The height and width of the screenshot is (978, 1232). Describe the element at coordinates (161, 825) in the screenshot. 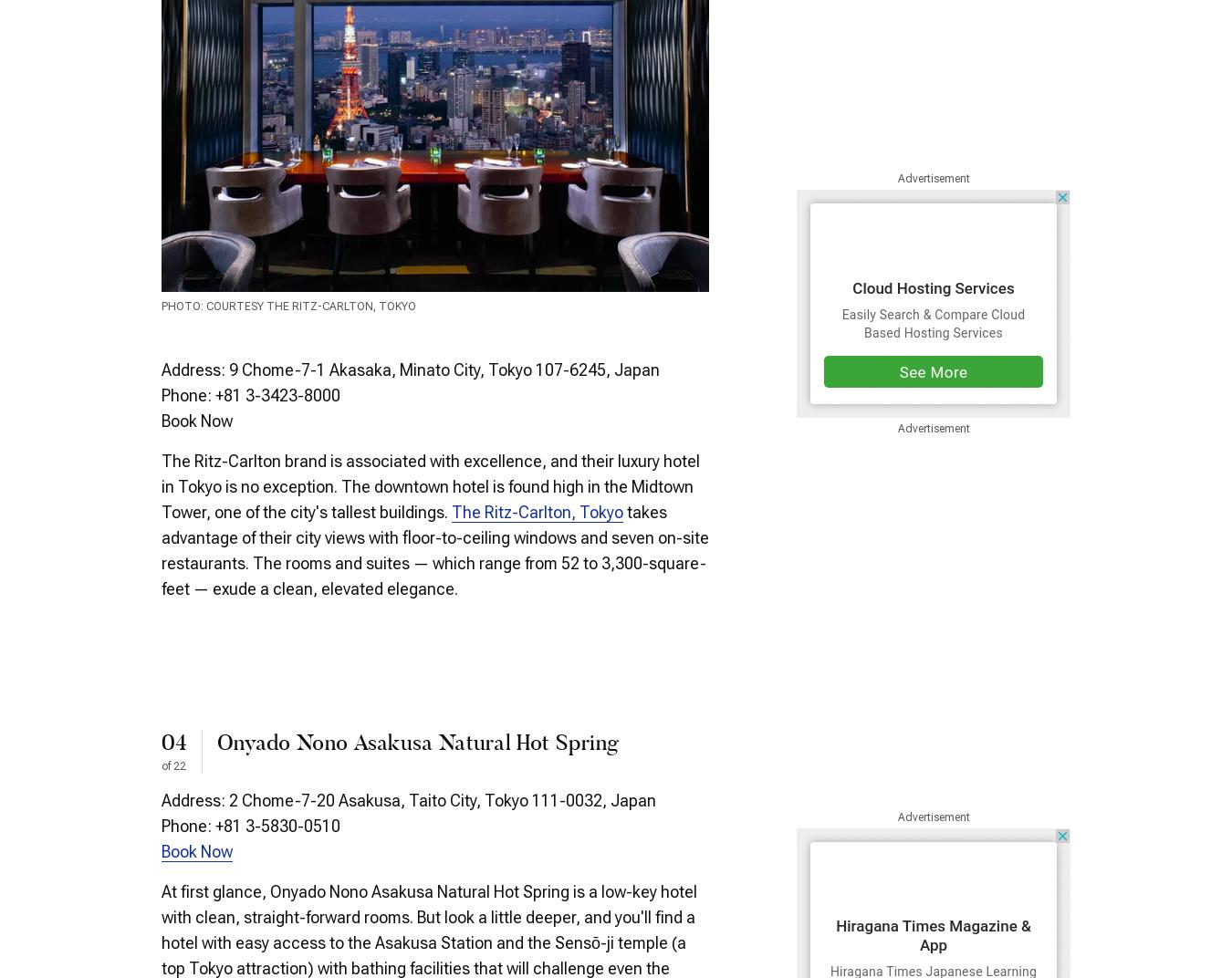

I see `'Phone: +81 3-5830-0510'` at that location.